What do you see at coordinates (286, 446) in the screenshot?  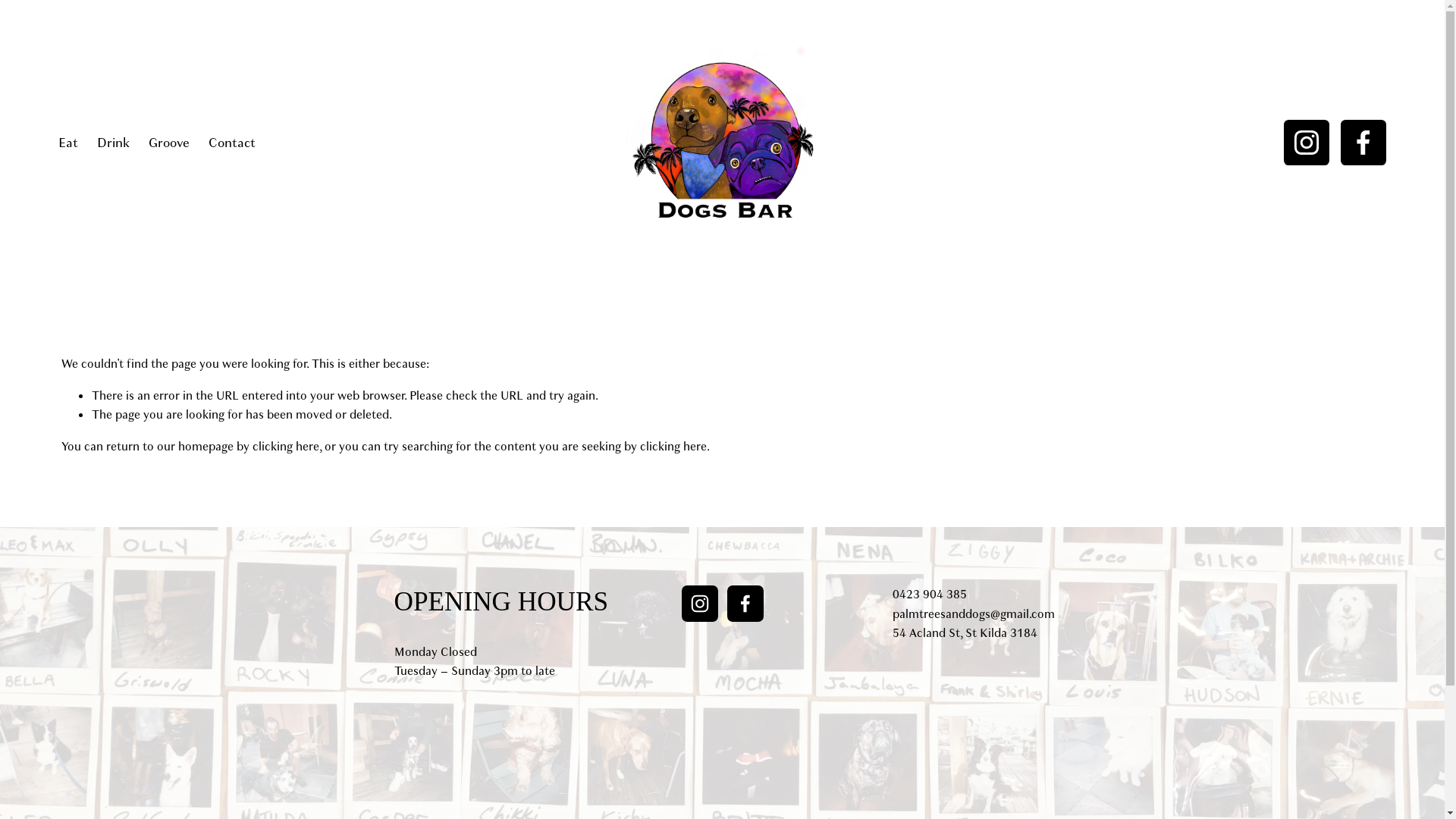 I see `'clicking here'` at bounding box center [286, 446].